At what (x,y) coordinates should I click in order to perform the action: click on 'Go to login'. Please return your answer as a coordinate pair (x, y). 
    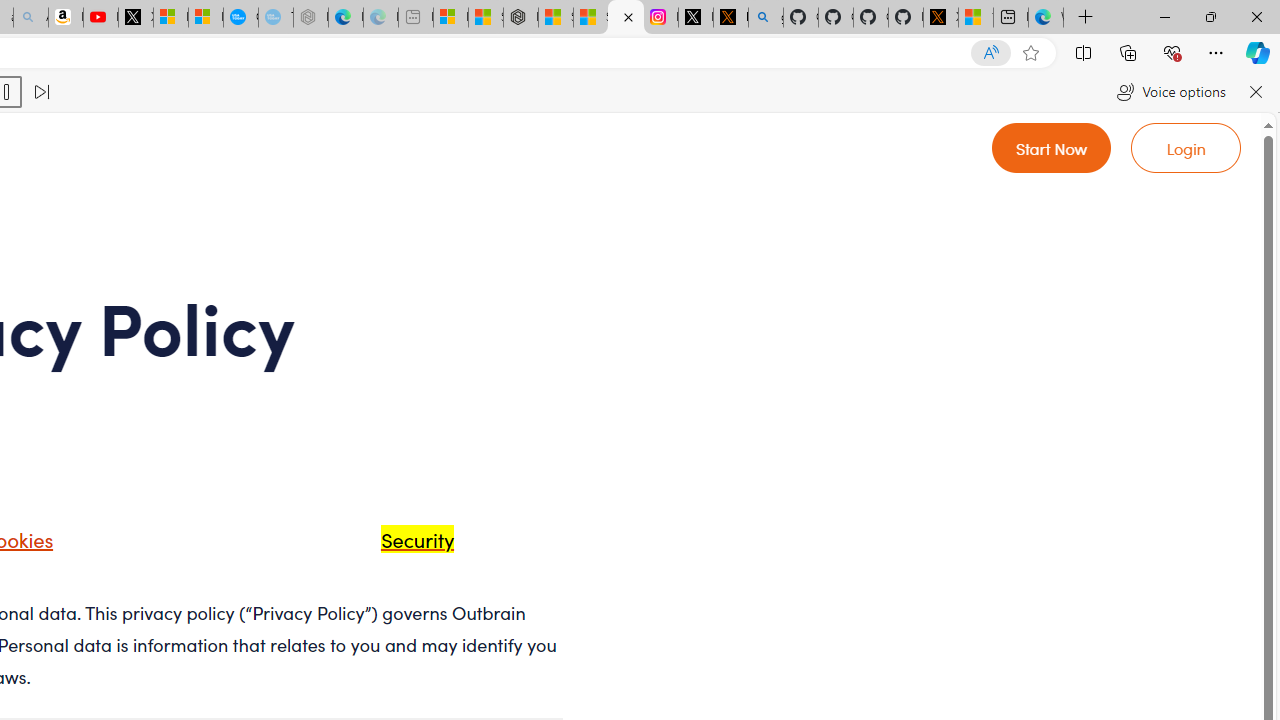
    Looking at the image, I should click on (1186, 146).